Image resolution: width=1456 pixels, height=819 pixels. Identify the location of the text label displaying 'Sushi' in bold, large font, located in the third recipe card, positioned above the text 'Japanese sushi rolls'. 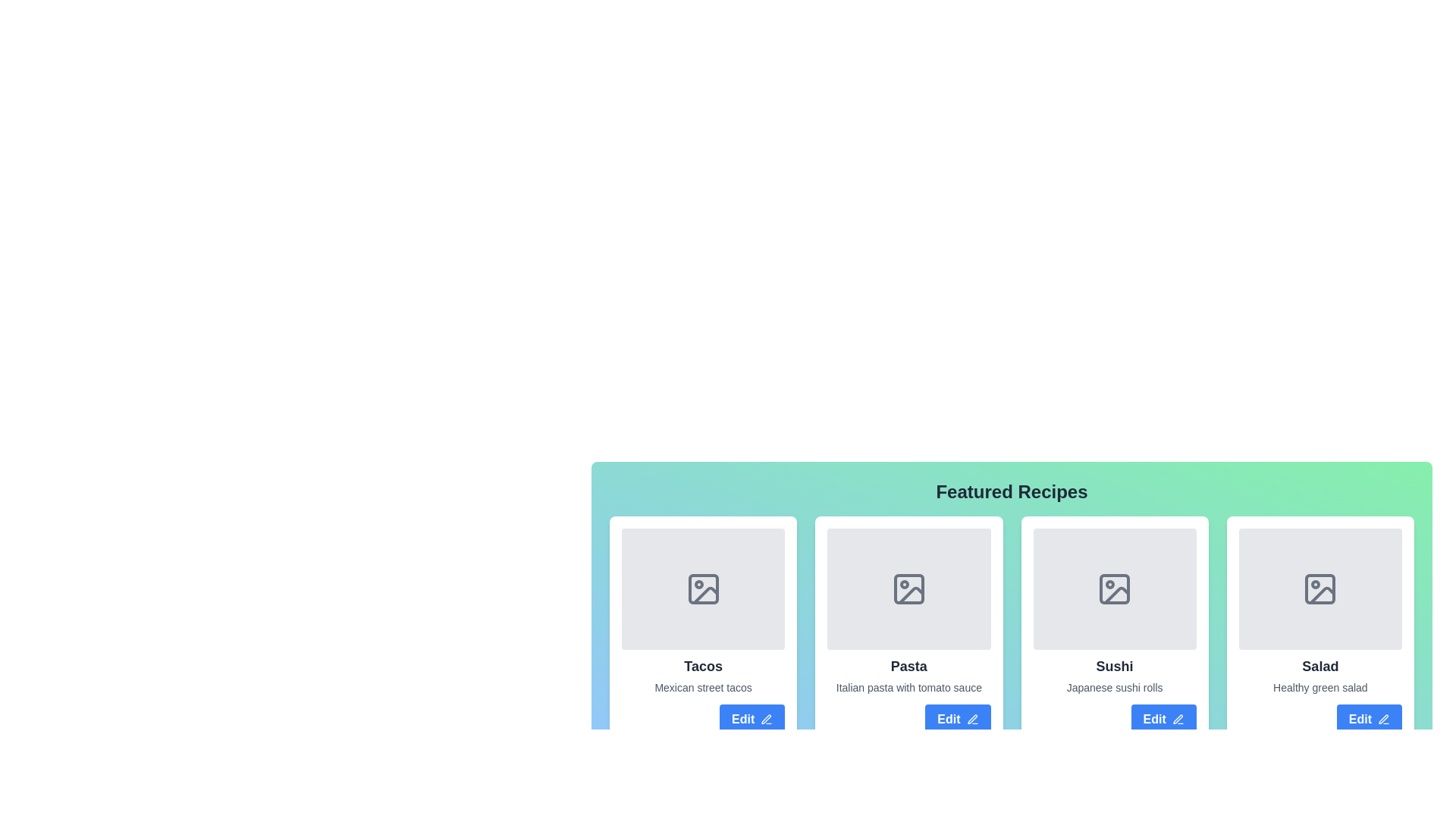
(1115, 666).